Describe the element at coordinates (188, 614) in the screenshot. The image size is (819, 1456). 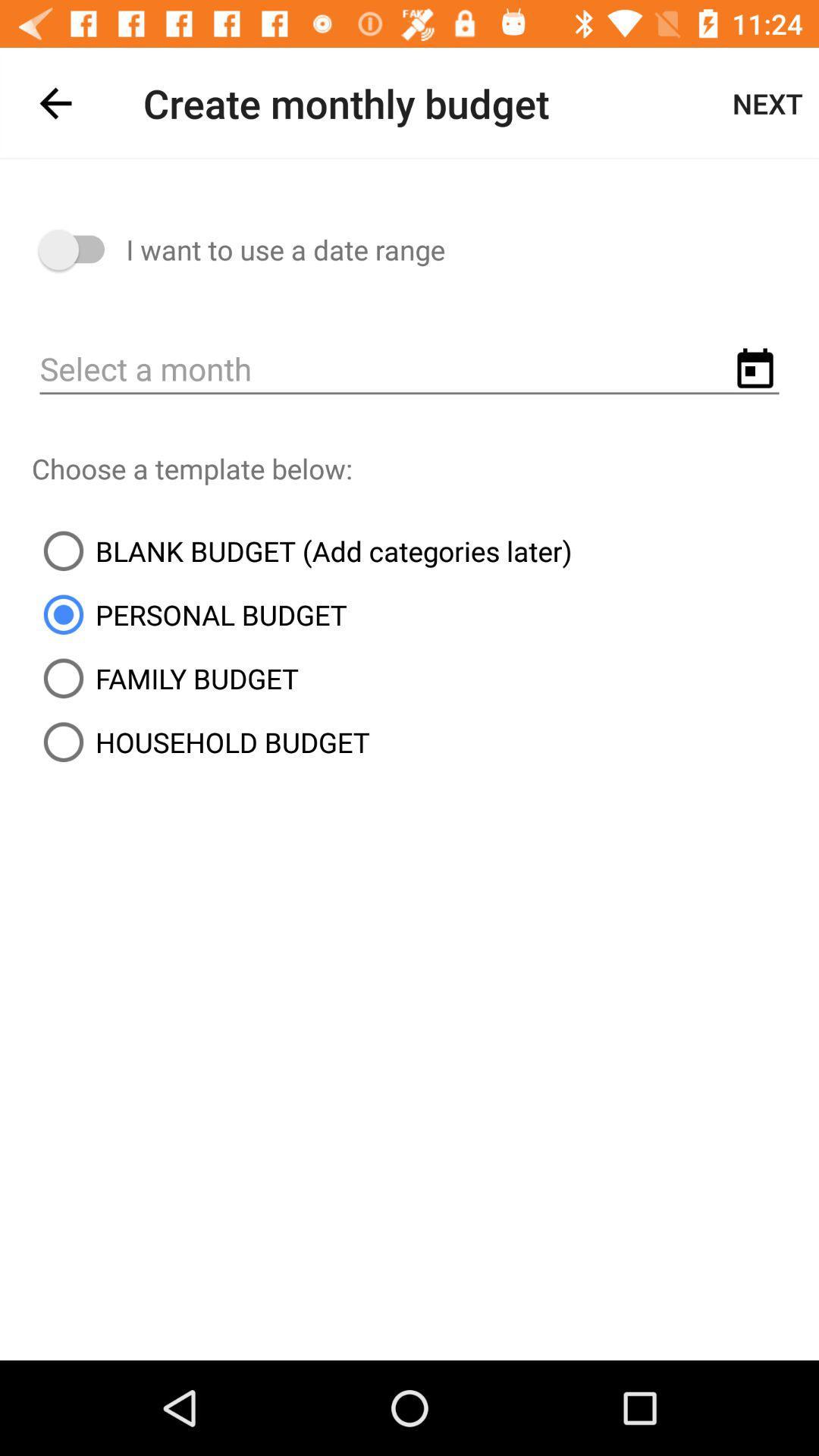
I see `icon below the blank budget add icon` at that location.